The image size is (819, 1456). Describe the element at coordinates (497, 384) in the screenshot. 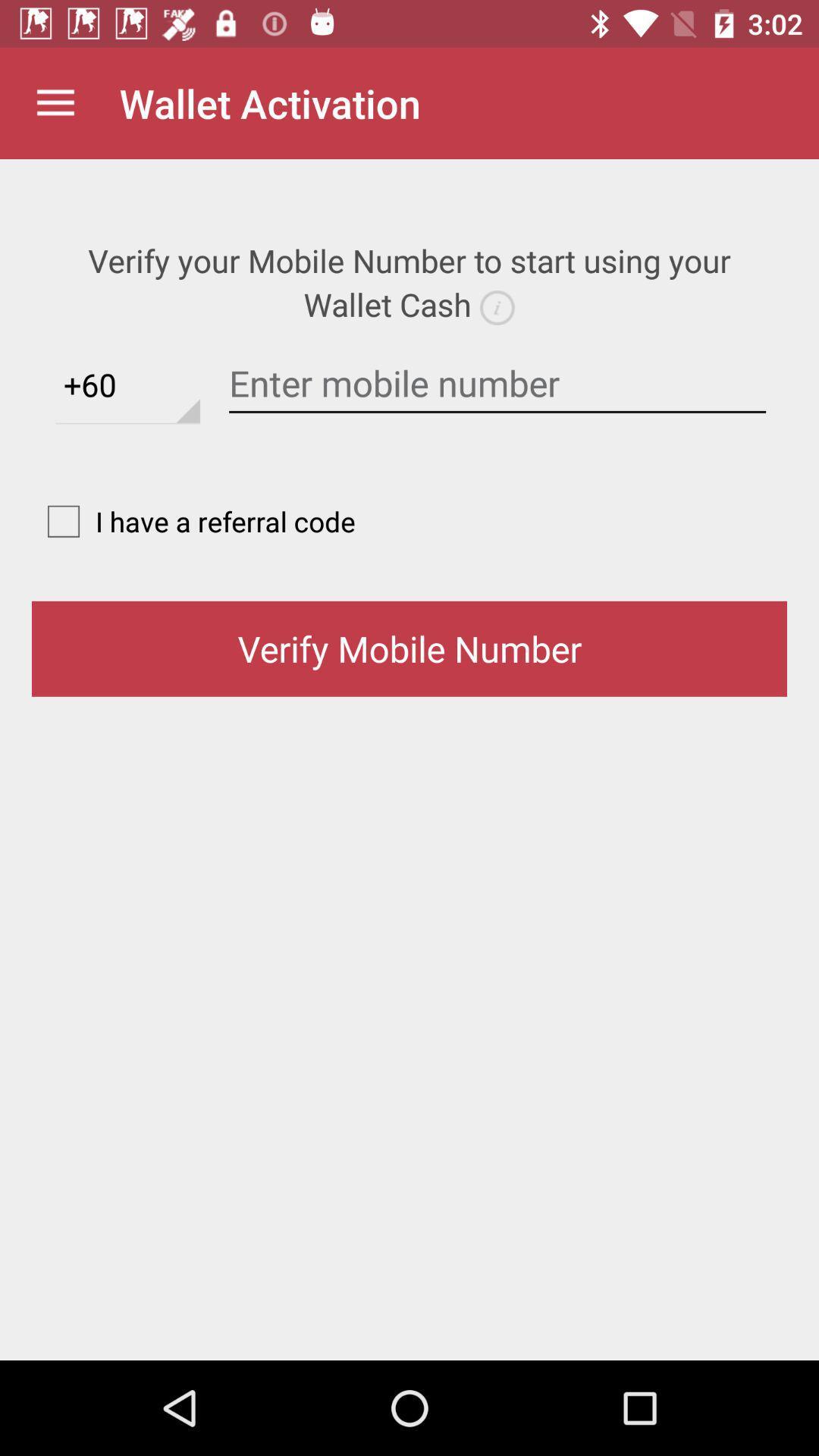

I see `phone number` at that location.